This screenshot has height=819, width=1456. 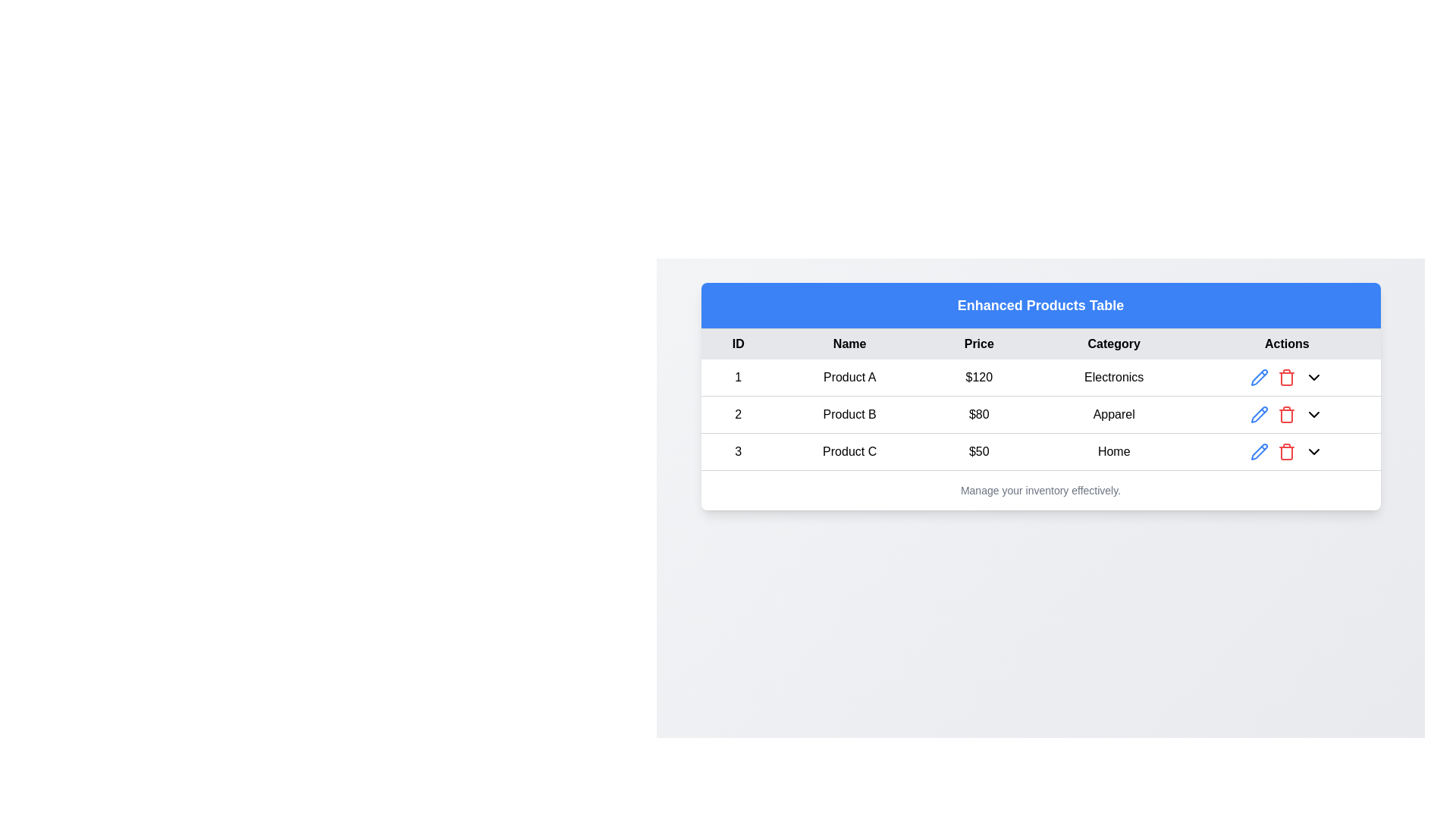 I want to click on the text label that uniquely identifies the ID of 'Product B' in the second row of the table, so click(x=738, y=415).